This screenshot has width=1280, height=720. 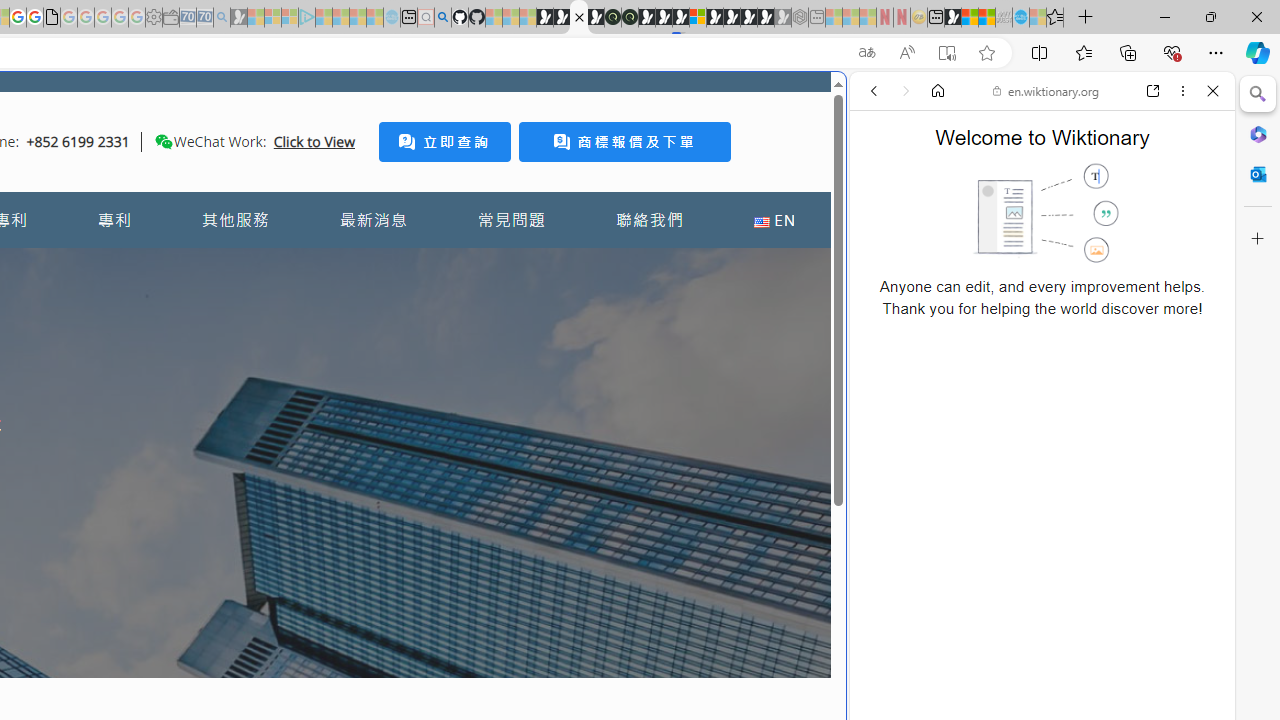 What do you see at coordinates (560, 17) in the screenshot?
I see `'Play Zoo Boom in your browser | Games from Microsoft Start'` at bounding box center [560, 17].